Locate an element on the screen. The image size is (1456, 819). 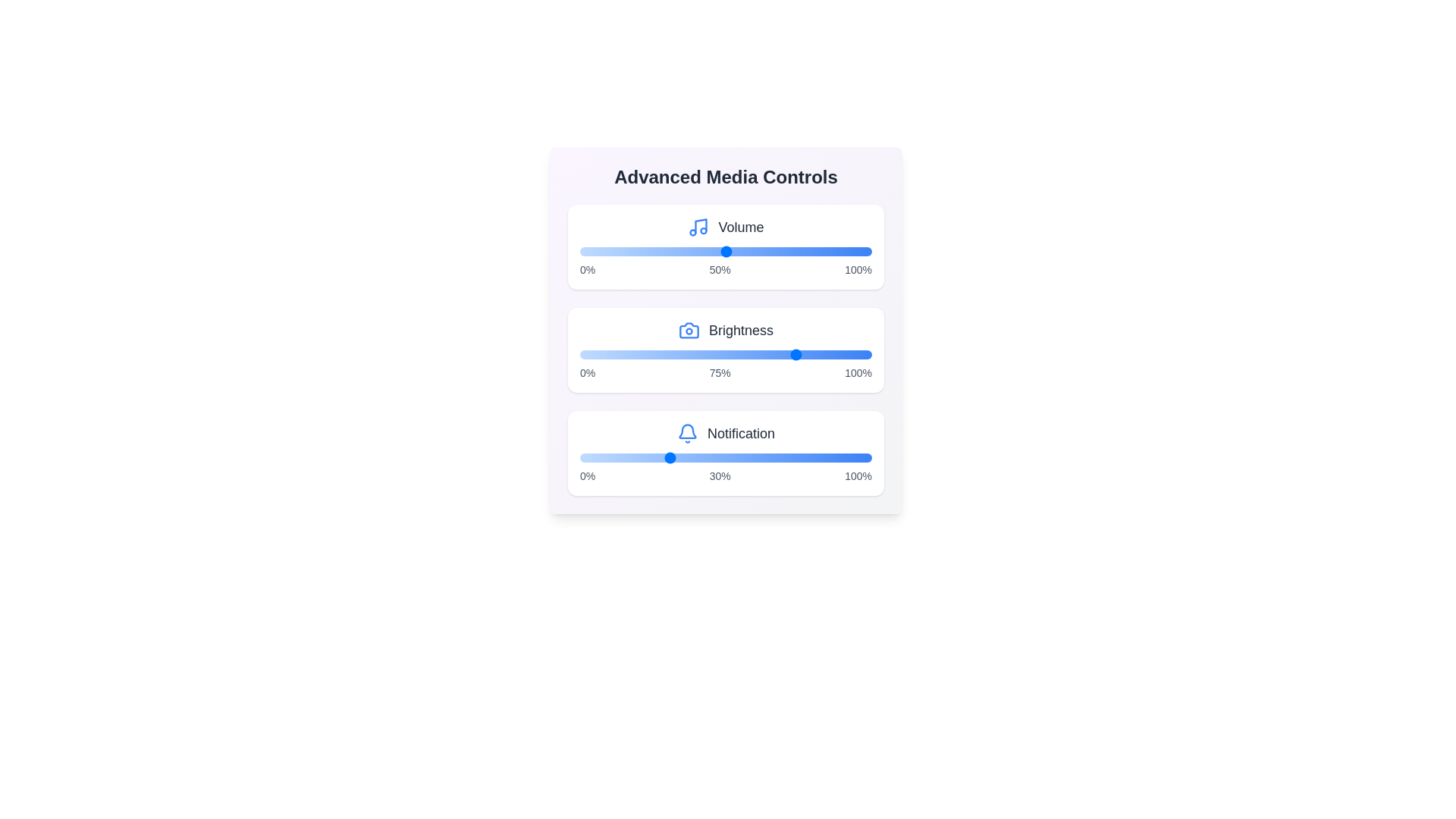
the 1 slider to 45% is located at coordinates (791, 354).